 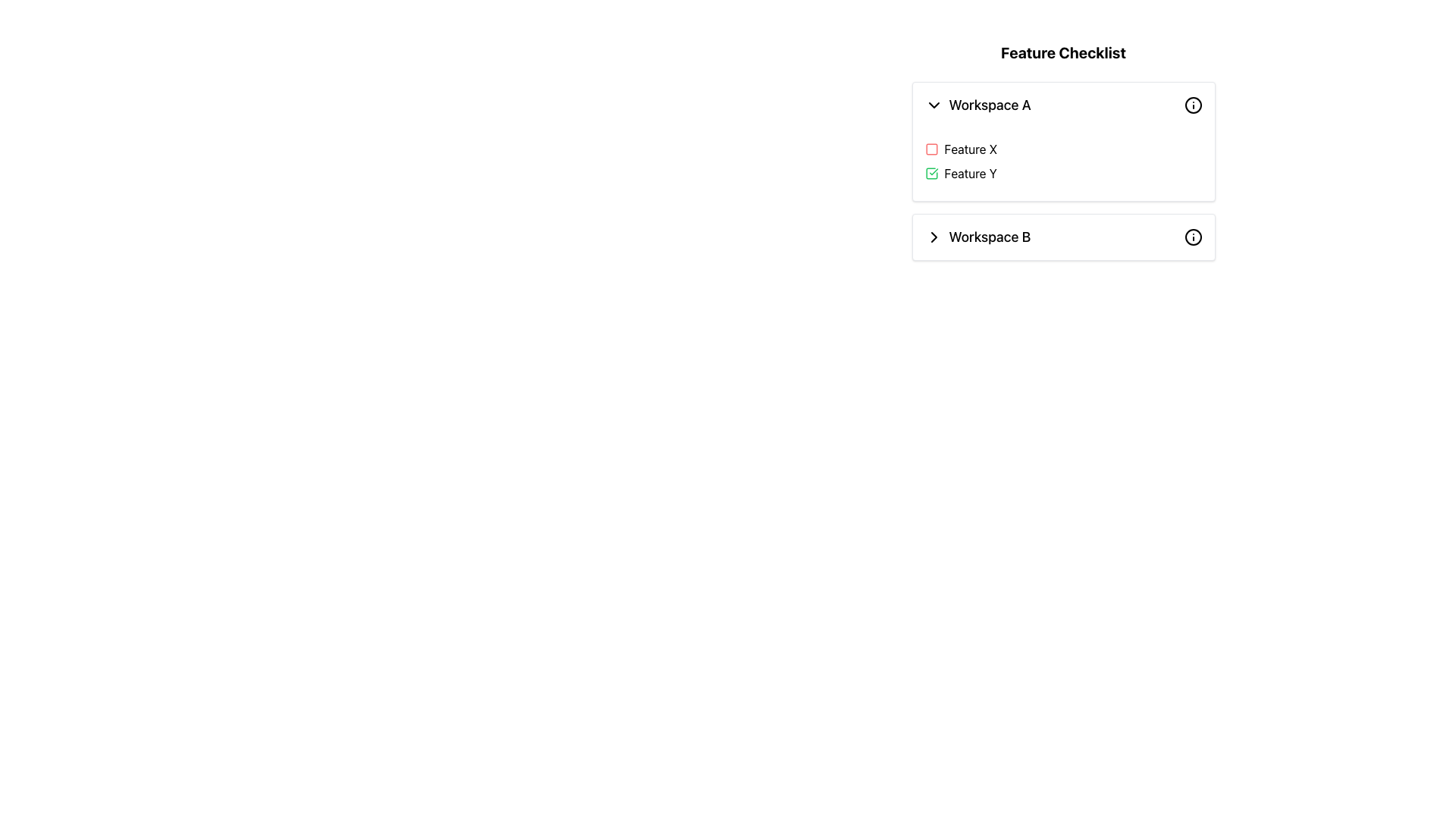 I want to click on the 'Feature X' status icon located at the start of the row in the Workspace A section of the feature checklist, so click(x=930, y=149).